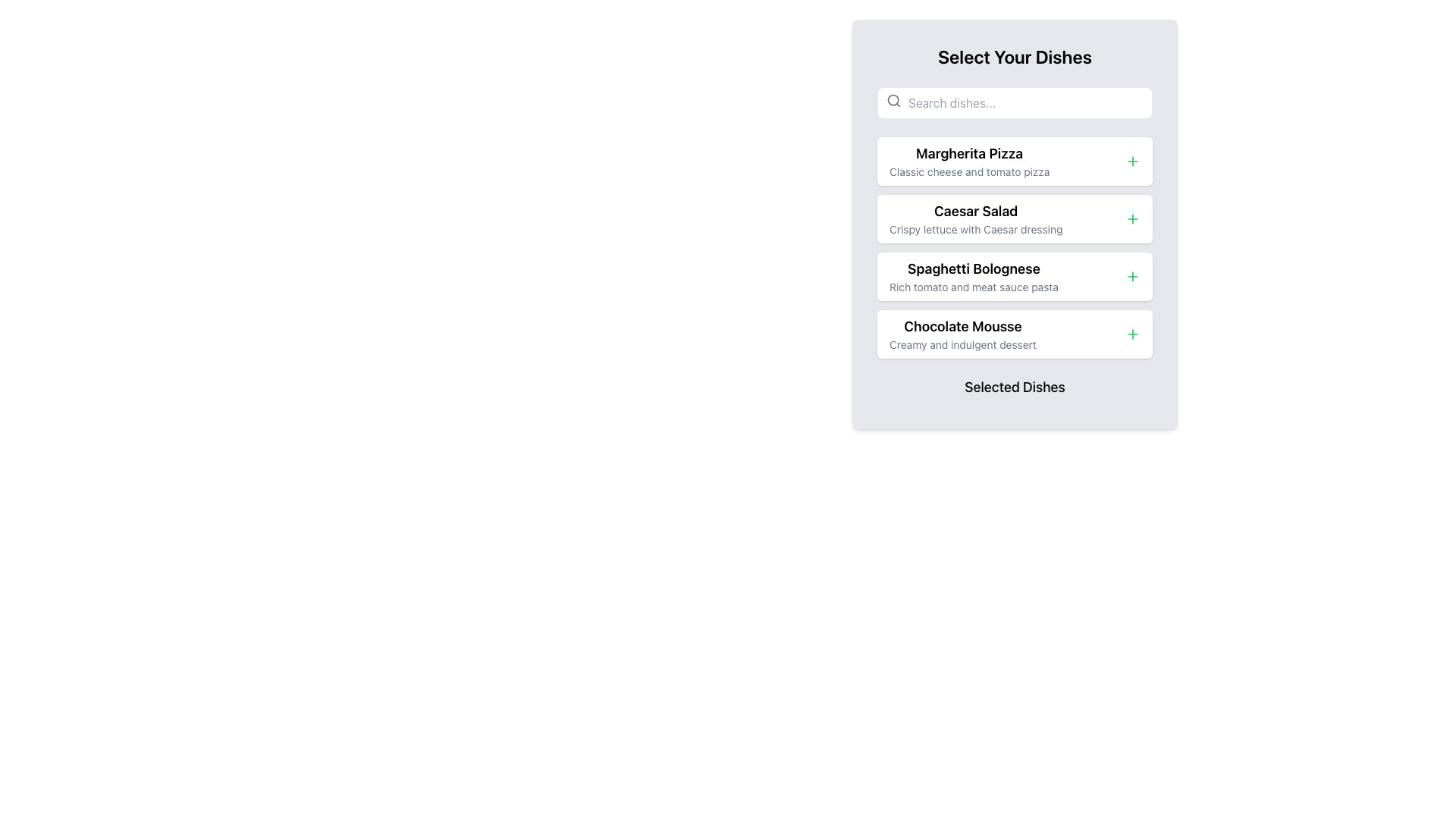 The height and width of the screenshot is (819, 1456). I want to click on the search icon located inside the search bar, to the left of the placeholder text 'Search dishes...', so click(894, 100).